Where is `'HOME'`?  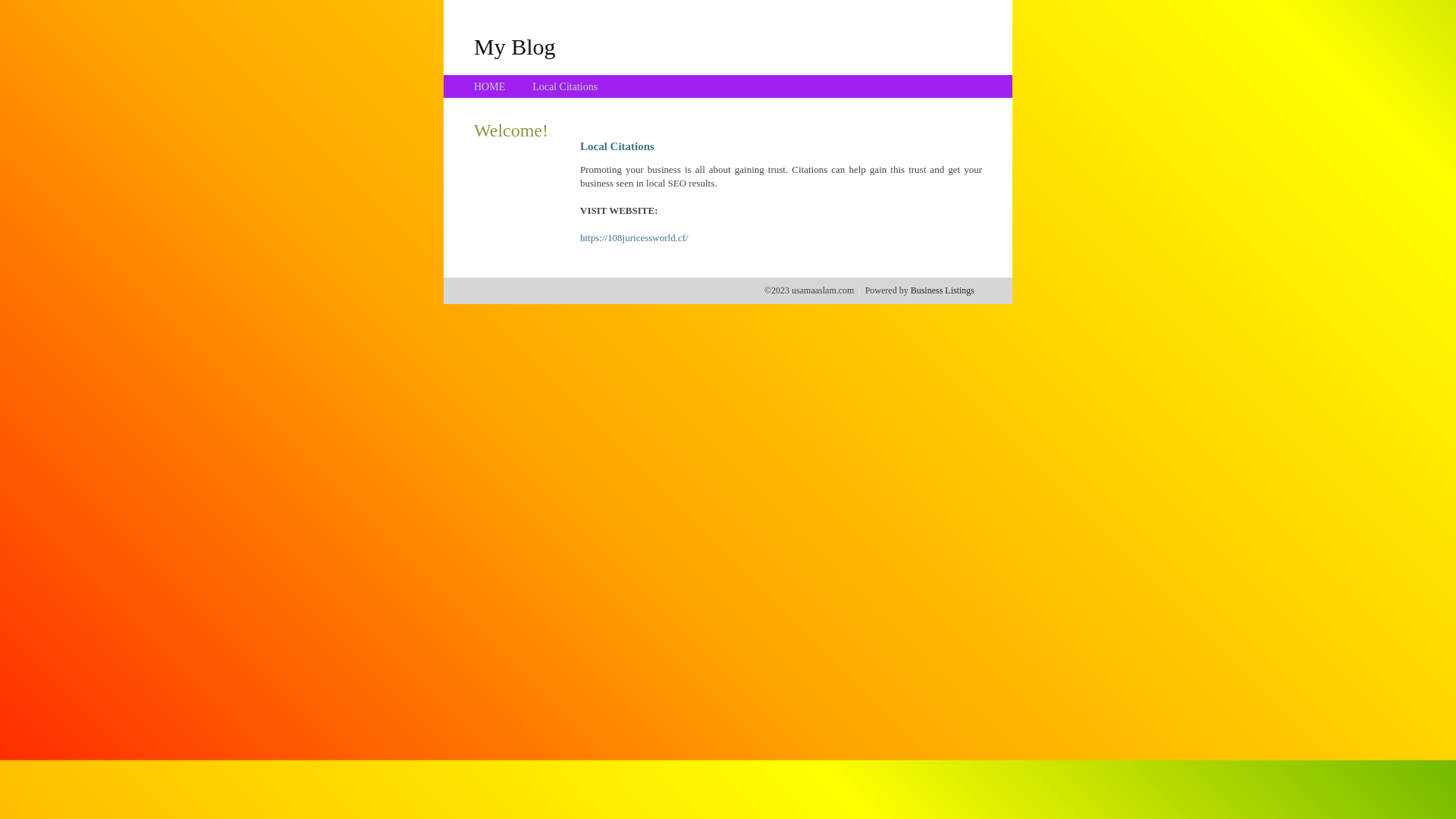
'HOME' is located at coordinates (489, 86).